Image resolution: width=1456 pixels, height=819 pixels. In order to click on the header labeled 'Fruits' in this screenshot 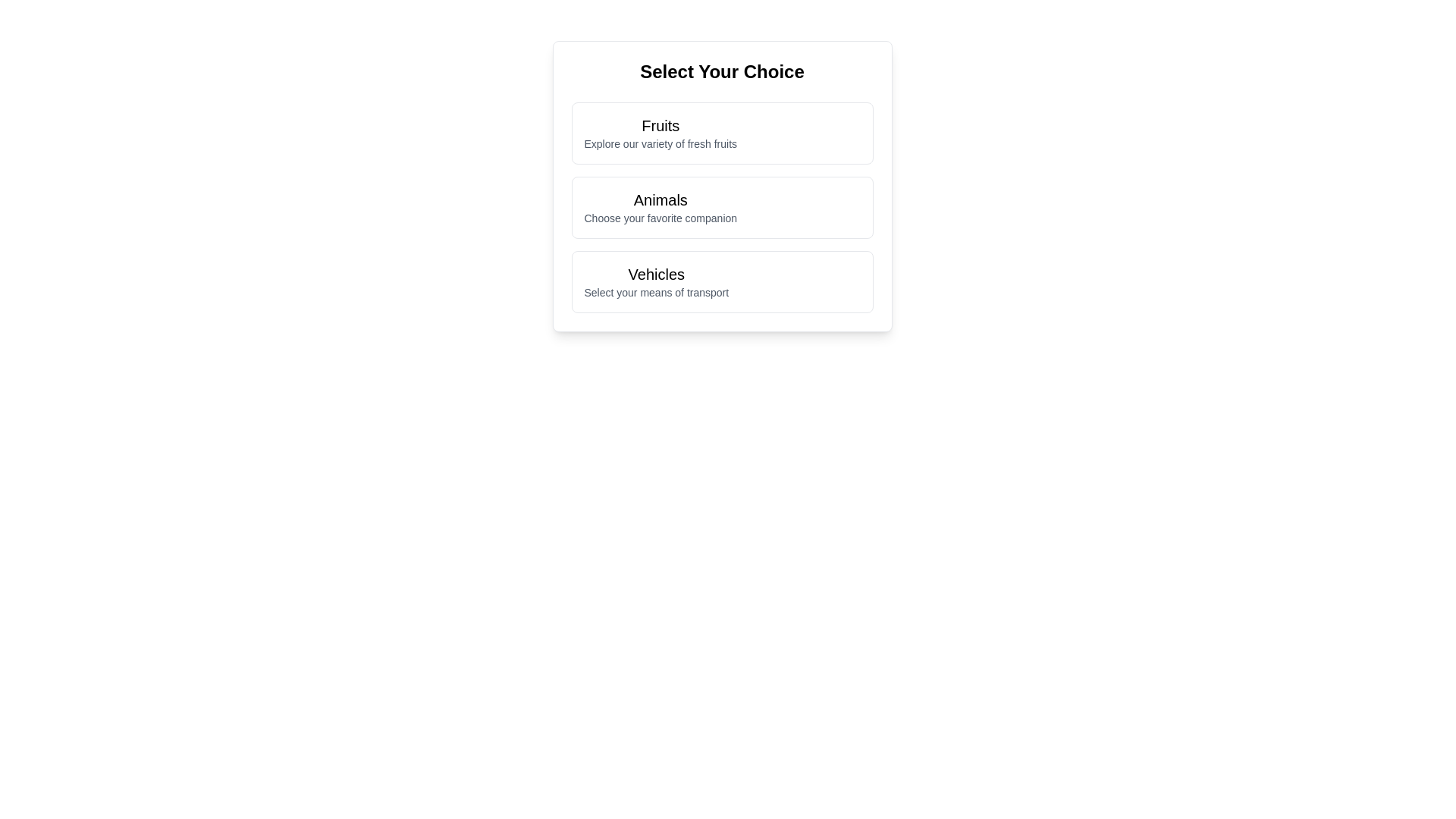, I will do `click(661, 124)`.